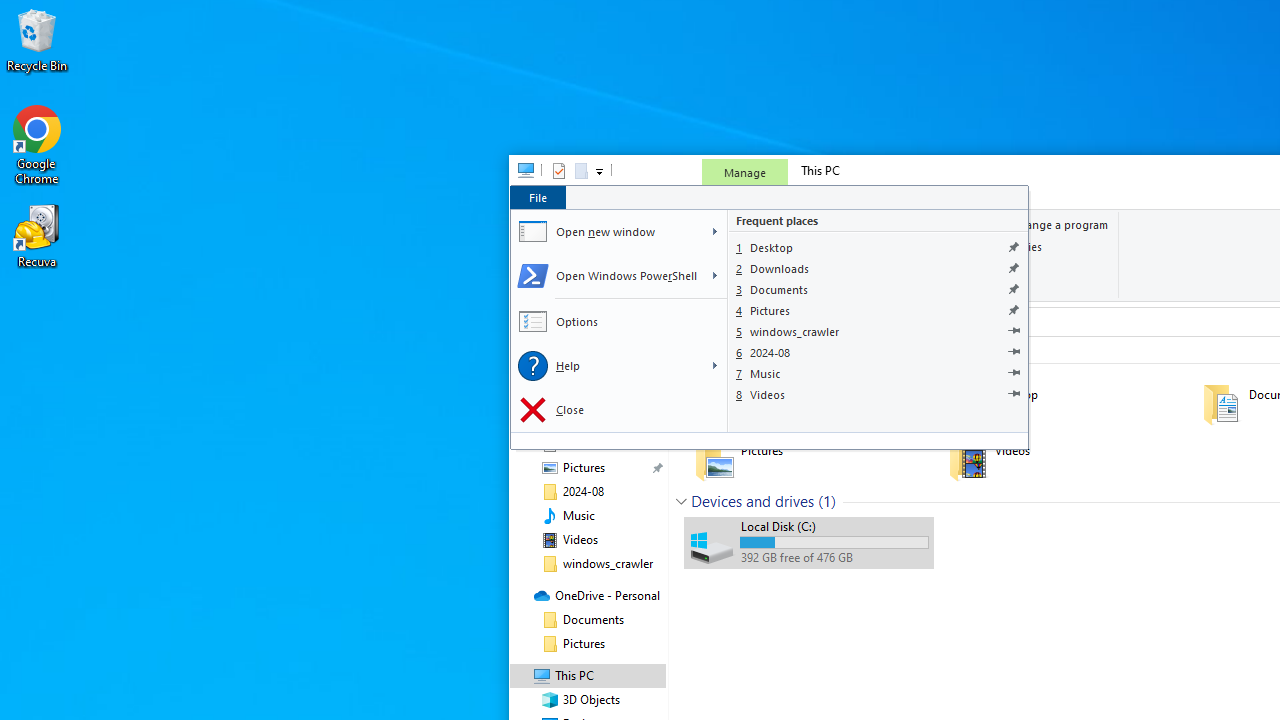 The image size is (1280, 720). Describe the element at coordinates (878, 289) in the screenshot. I see `'Documents'` at that location.